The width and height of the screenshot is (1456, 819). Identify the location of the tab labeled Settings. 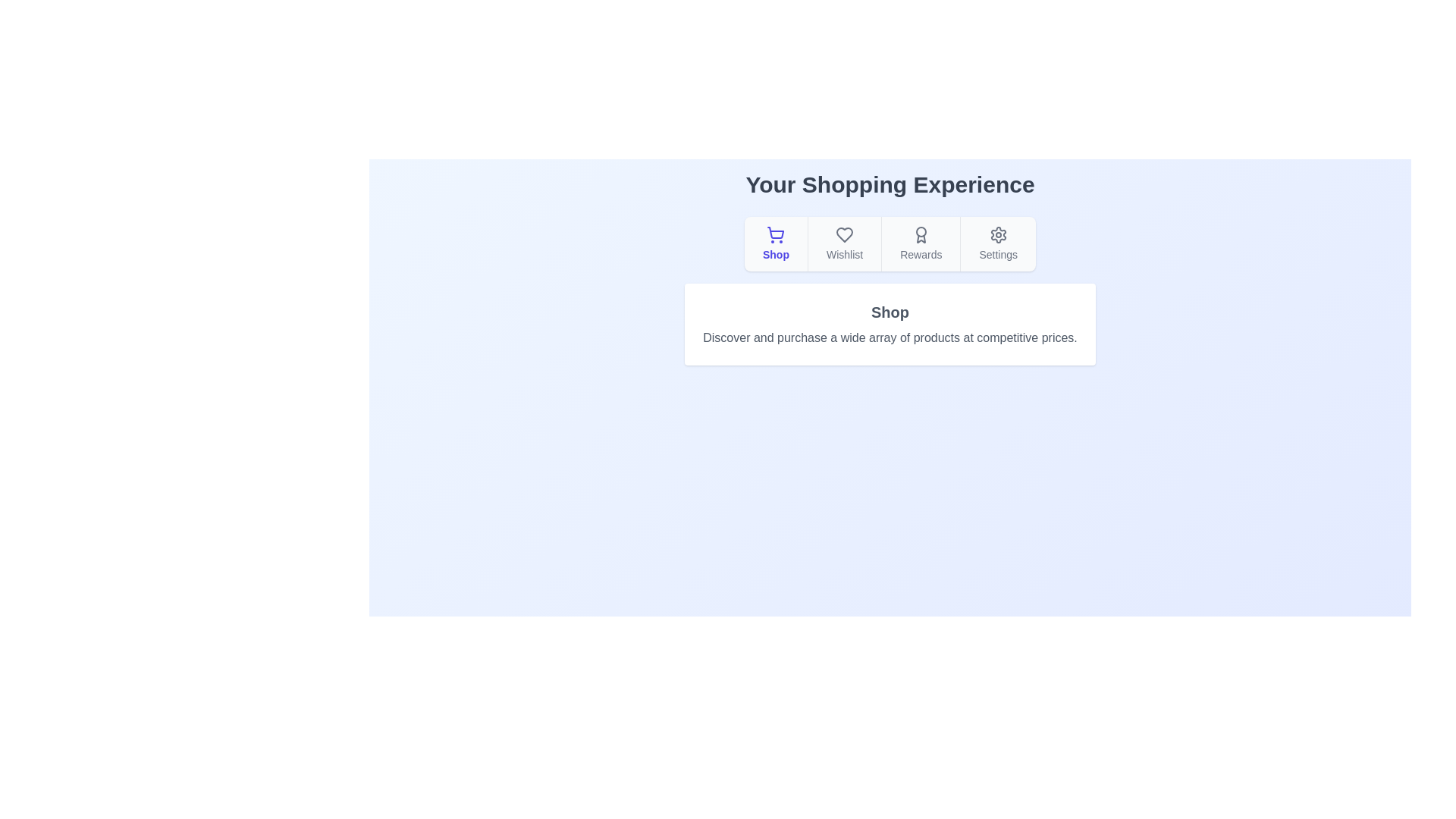
(998, 243).